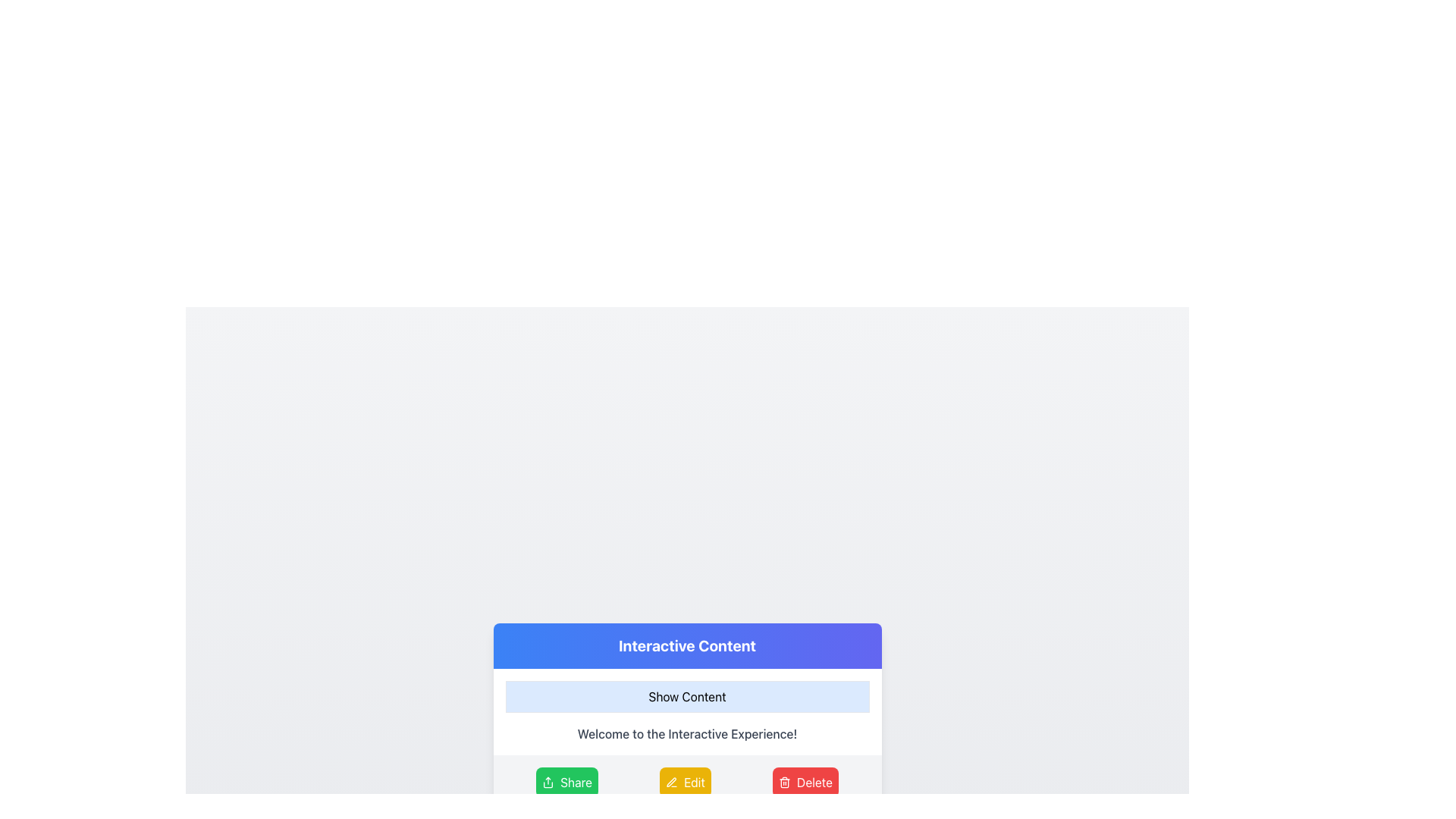 The image size is (1456, 819). What do you see at coordinates (805, 783) in the screenshot?
I see `the 'Delete' button located at the bottom of the card interface, which is the third button to the right of the yellow 'Edit' button and the green 'Share' button` at bounding box center [805, 783].